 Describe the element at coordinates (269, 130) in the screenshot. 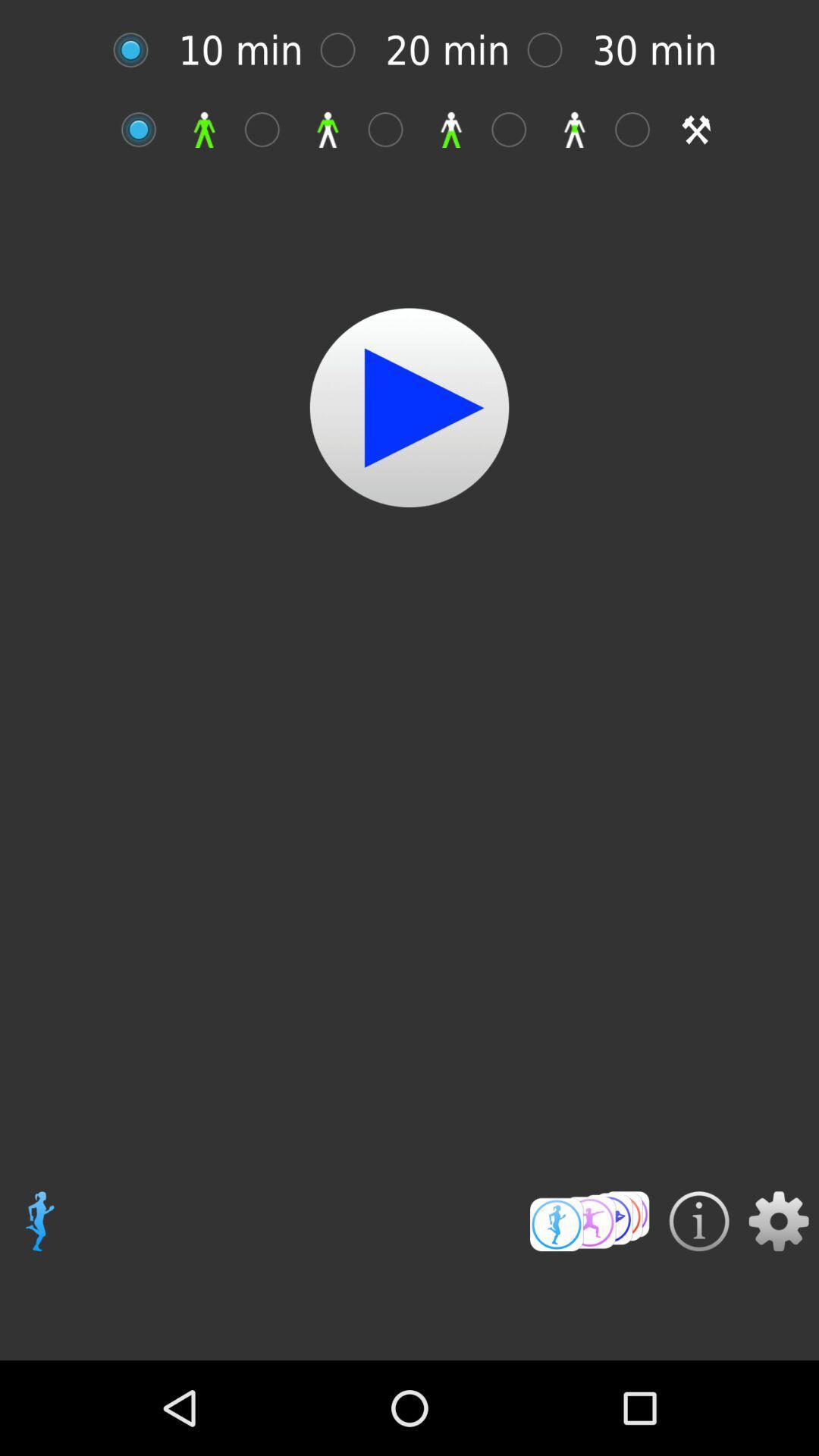

I see `option` at that location.